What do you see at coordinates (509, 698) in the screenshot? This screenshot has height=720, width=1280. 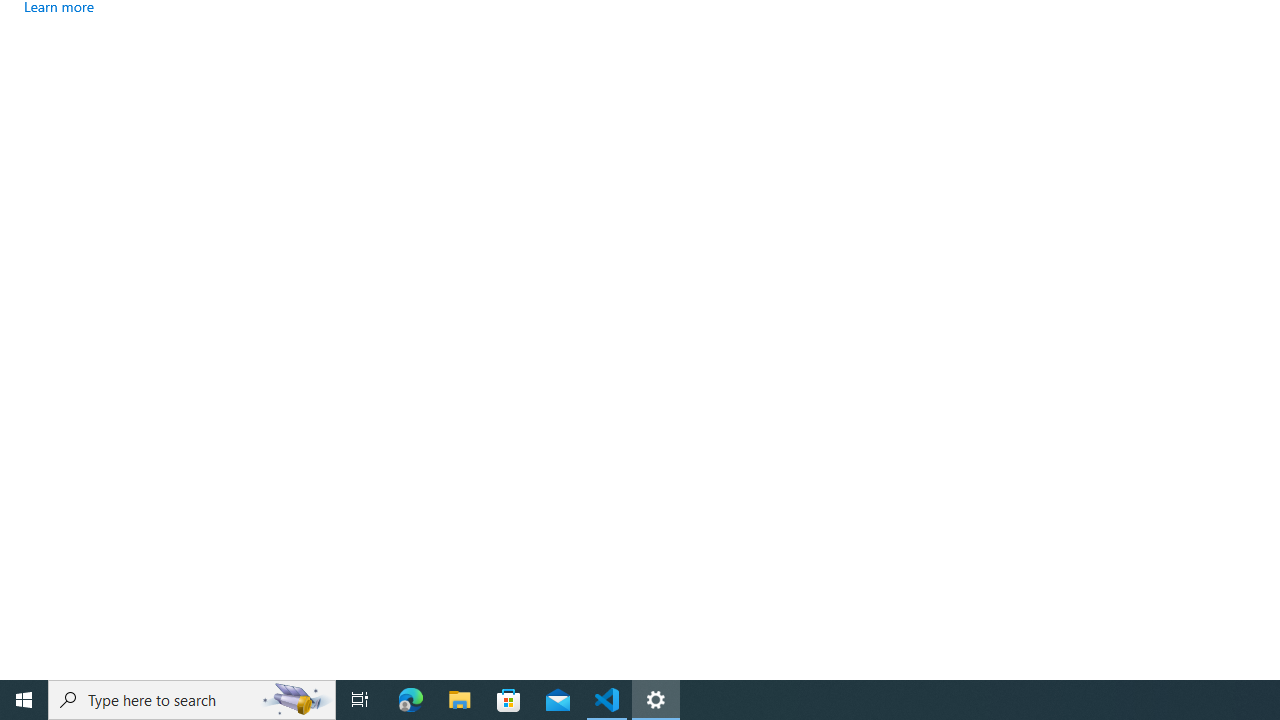 I see `'Microsoft Store'` at bounding box center [509, 698].